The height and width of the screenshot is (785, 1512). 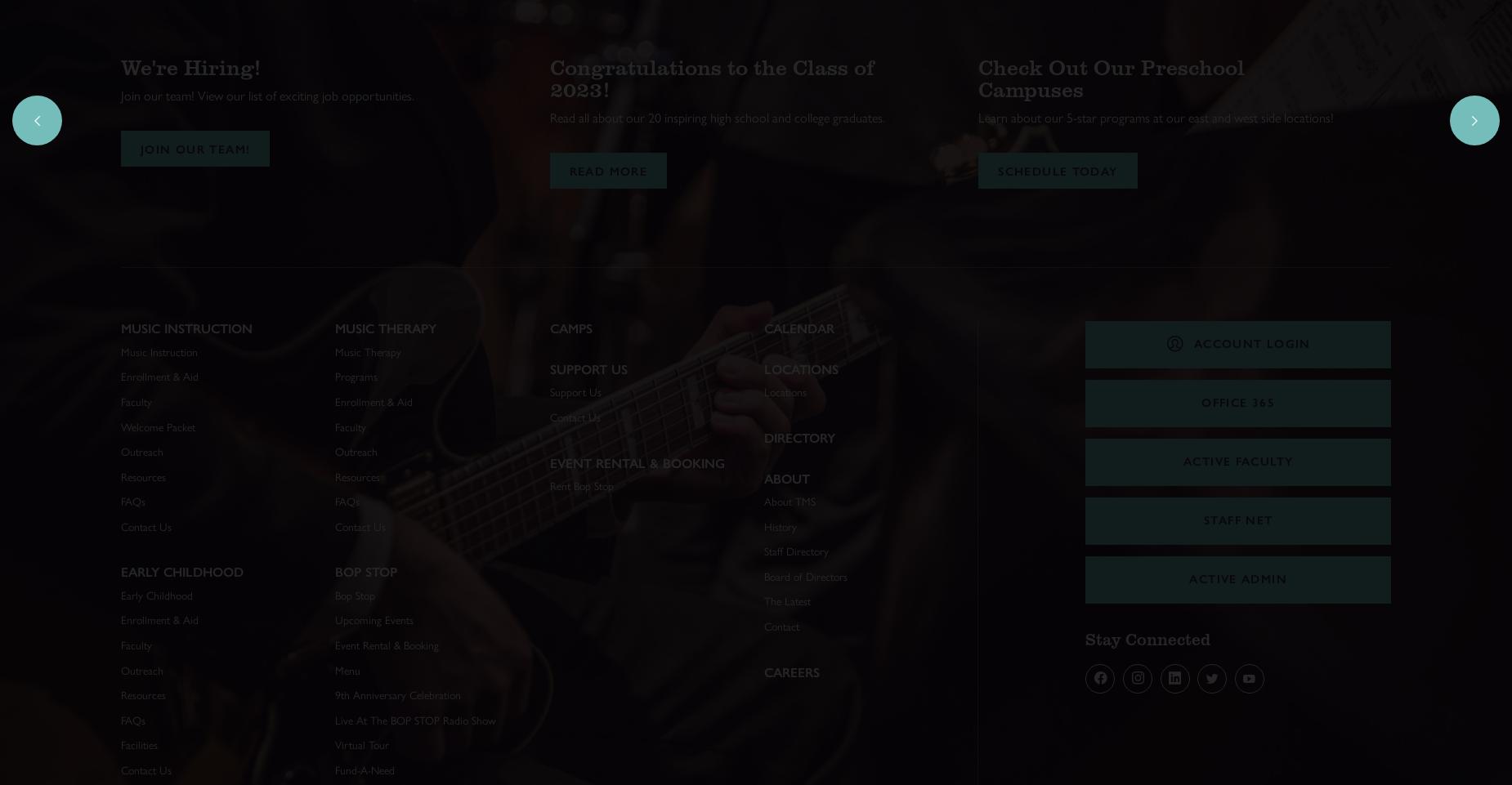 I want to click on 'Virtual Tour', so click(x=333, y=744).